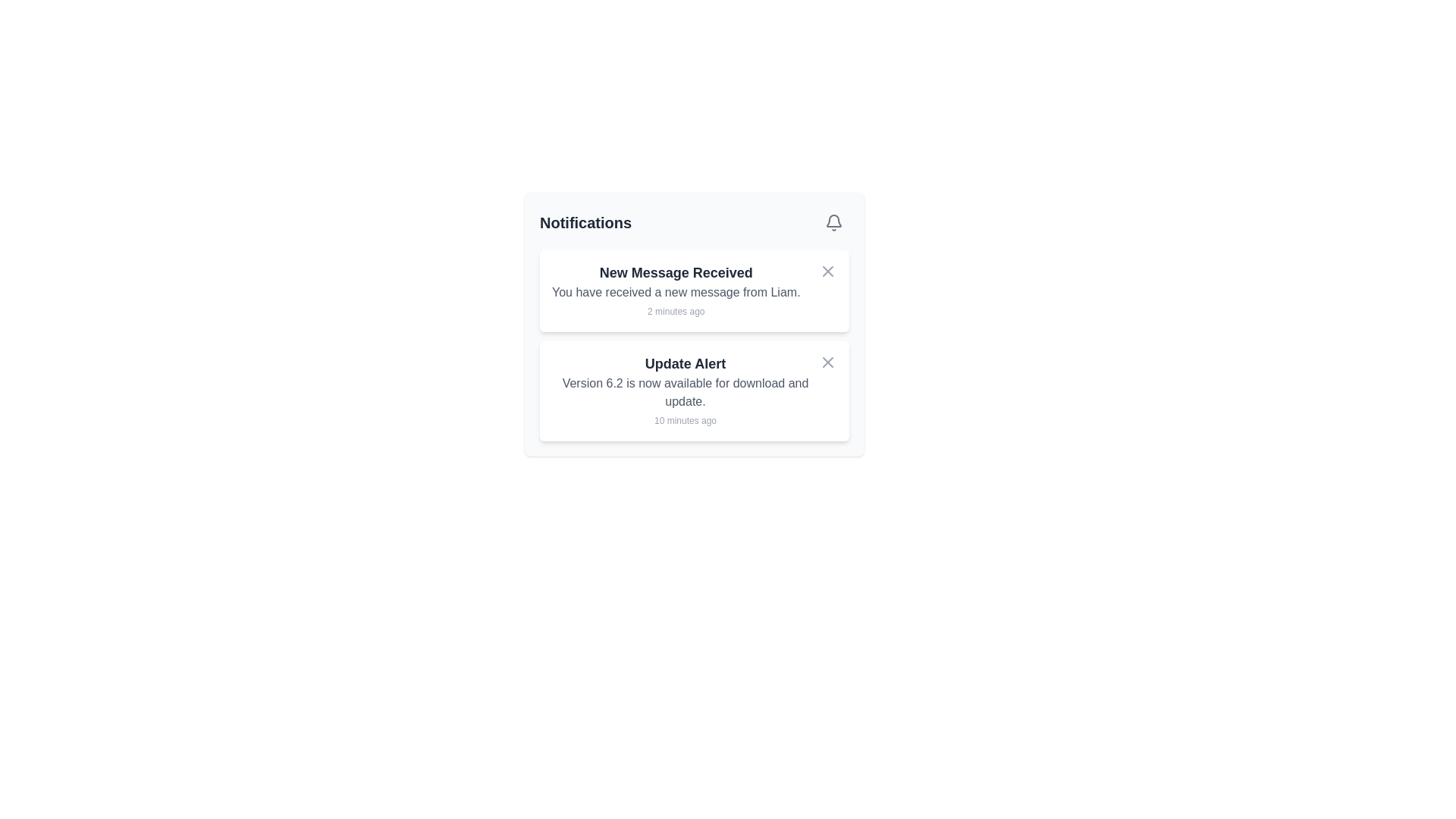  What do you see at coordinates (827, 271) in the screenshot?
I see `the close button styled as an icon in the top-right corner of the 'New Message Received' notification card` at bounding box center [827, 271].